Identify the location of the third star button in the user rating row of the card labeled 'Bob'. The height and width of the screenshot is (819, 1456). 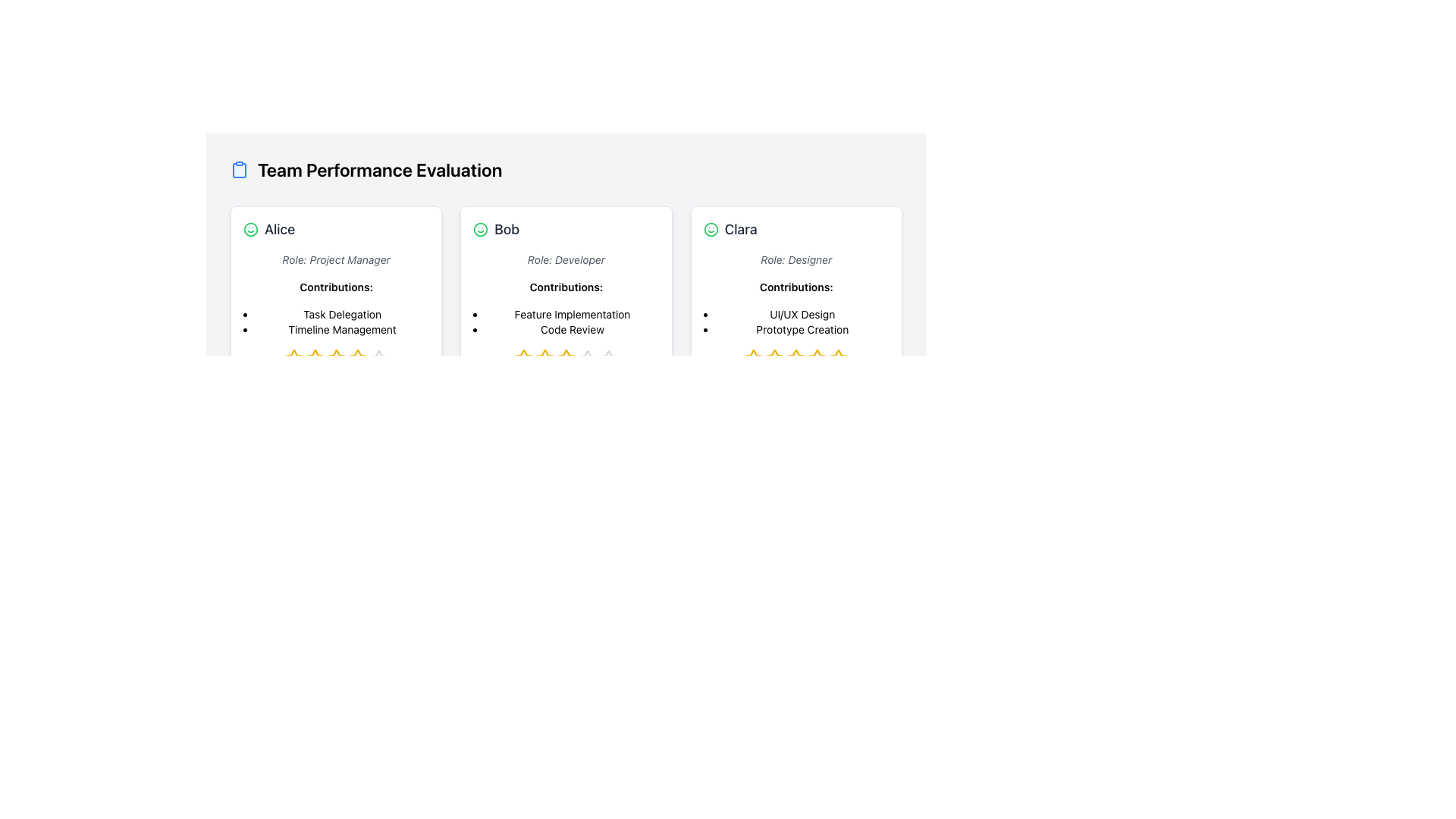
(566, 358).